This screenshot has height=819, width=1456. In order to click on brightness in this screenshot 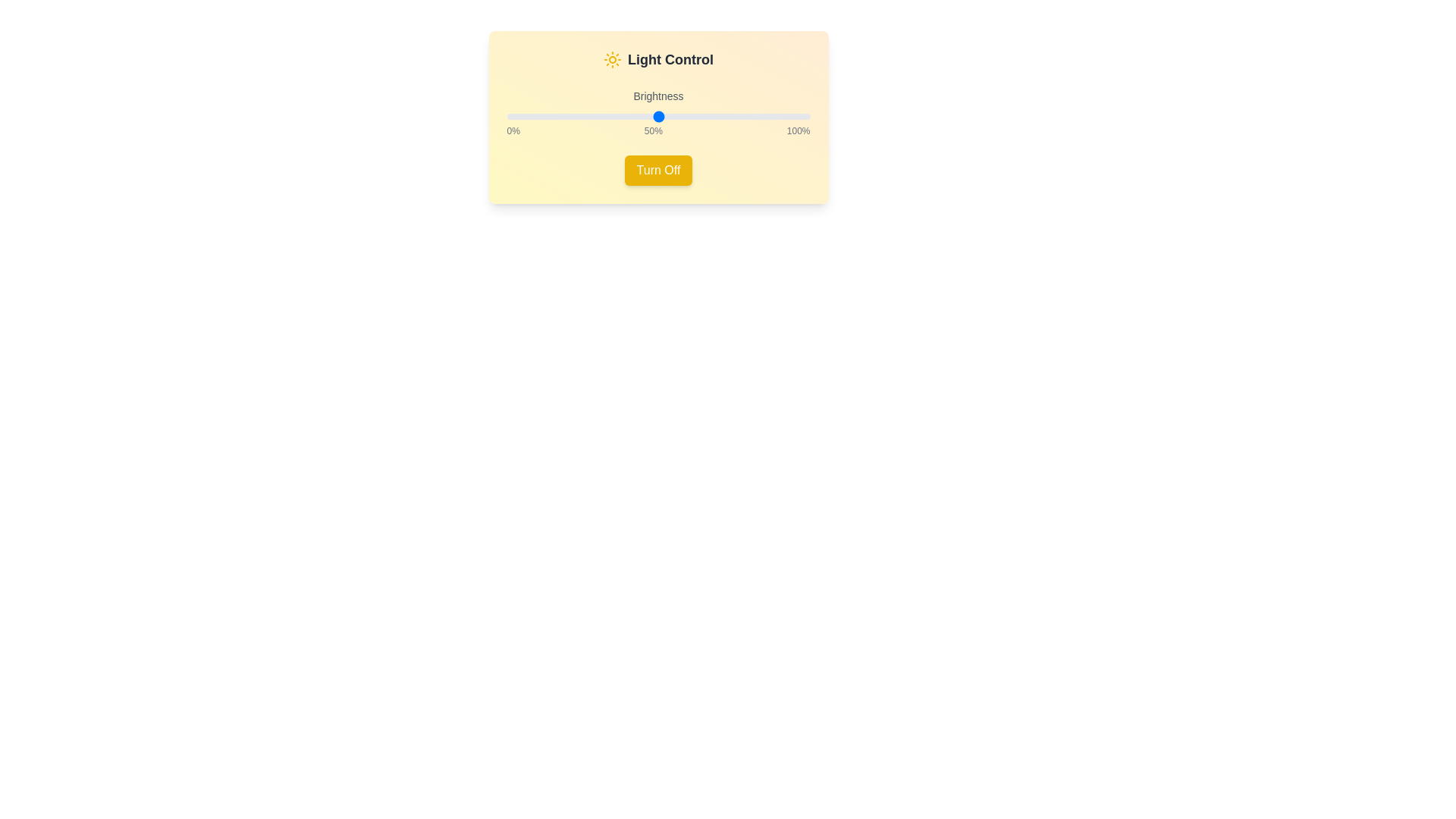, I will do `click(682, 116)`.